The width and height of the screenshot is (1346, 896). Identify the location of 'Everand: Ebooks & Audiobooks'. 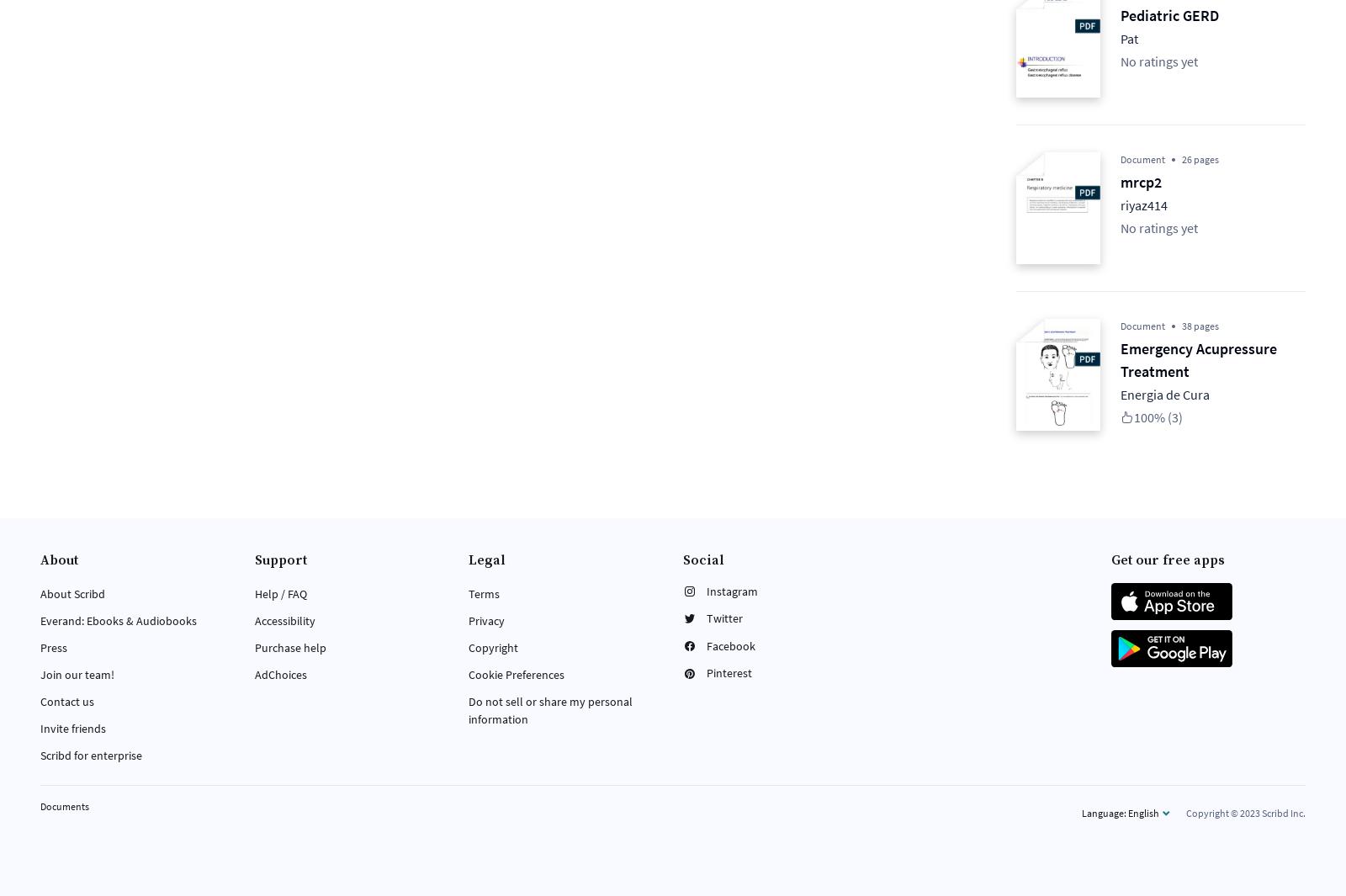
(40, 619).